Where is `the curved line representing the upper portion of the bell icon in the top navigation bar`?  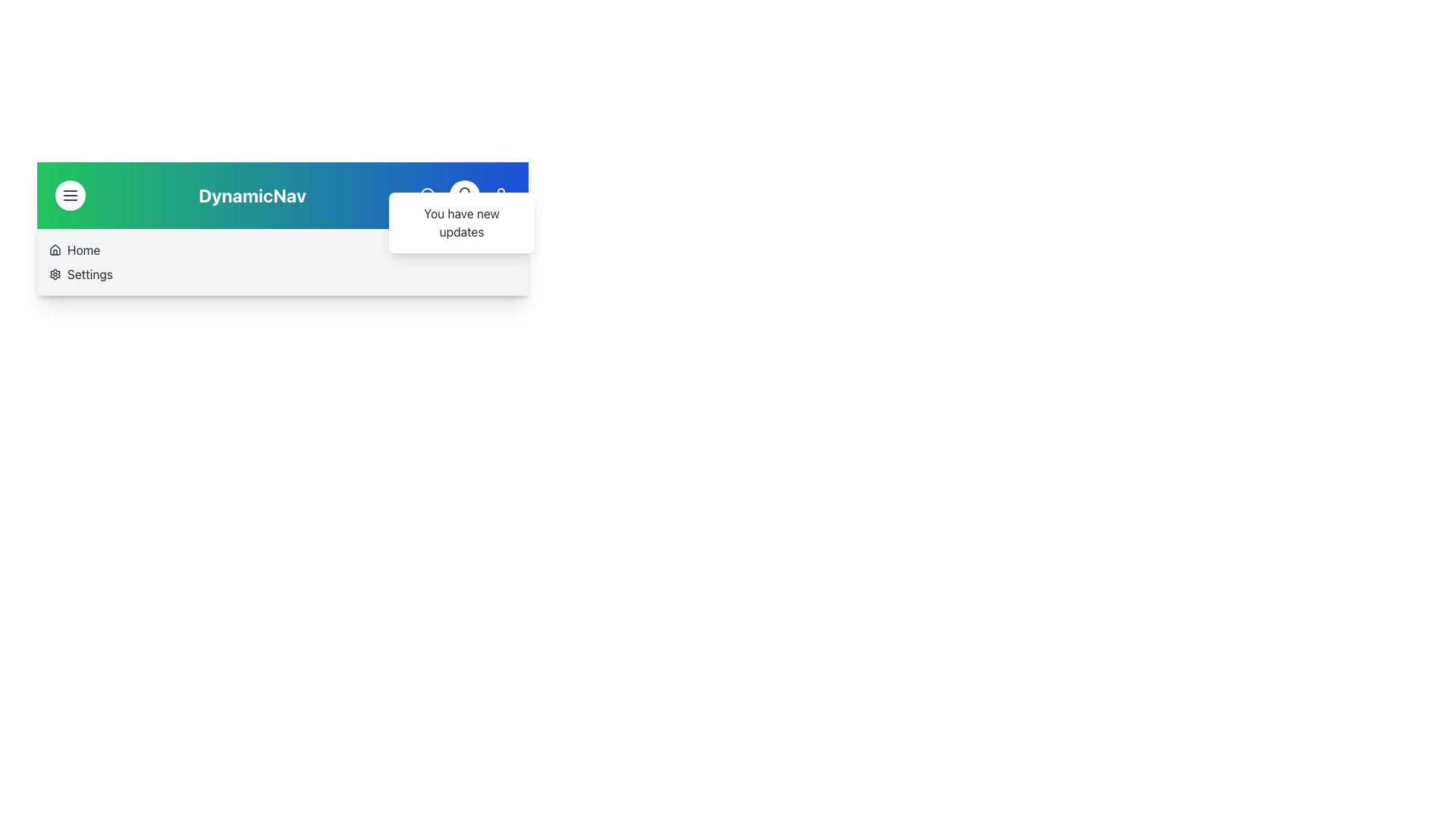
the curved line representing the upper portion of the bell icon in the top navigation bar is located at coordinates (464, 193).